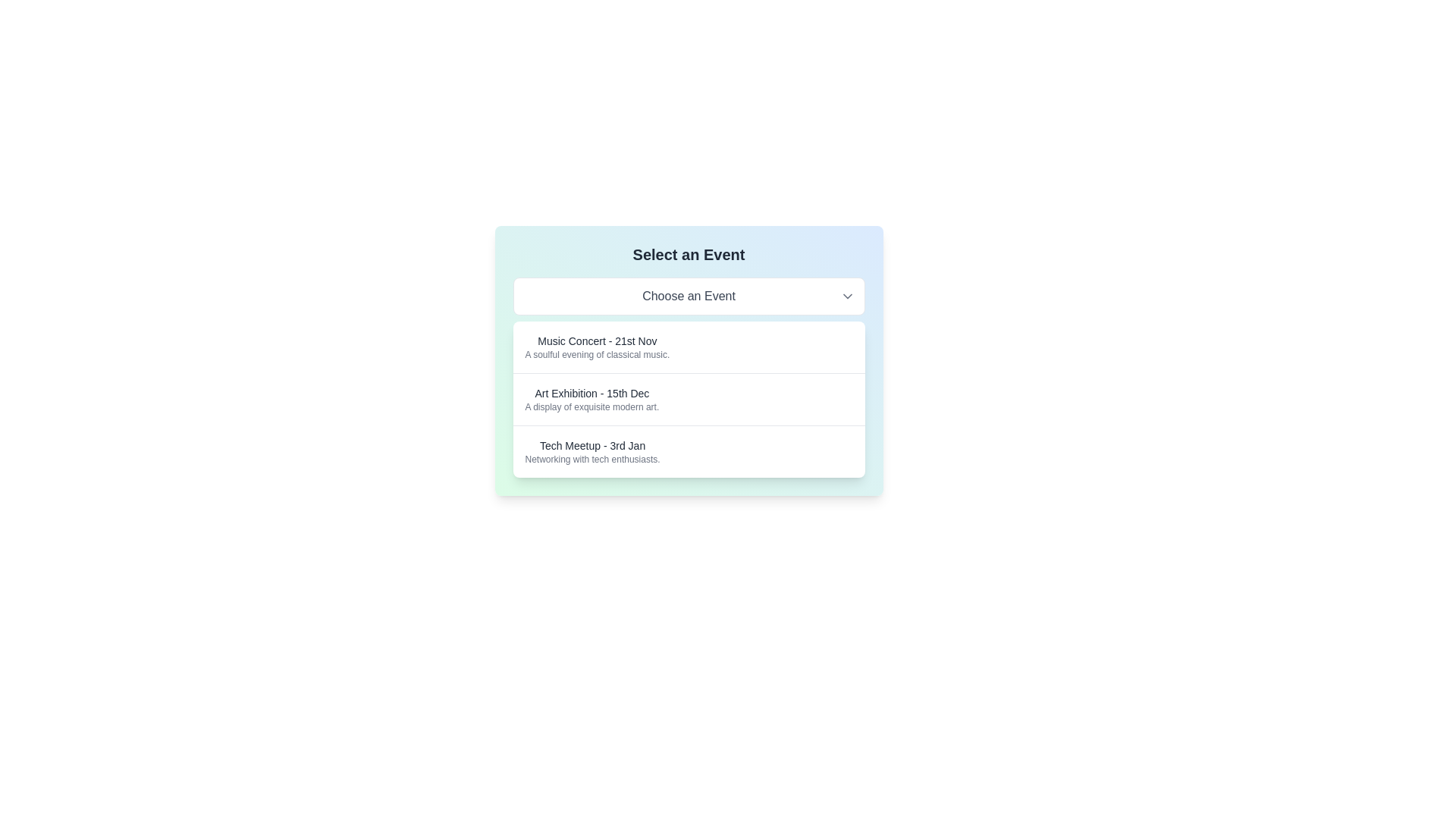 The height and width of the screenshot is (819, 1456). What do you see at coordinates (591, 444) in the screenshot?
I see `the text element displaying 'Tech Meetup - 3rd Jan', which is styled in medium font size and dark gray color, located at the top of the third option in the events list of the modal` at bounding box center [591, 444].